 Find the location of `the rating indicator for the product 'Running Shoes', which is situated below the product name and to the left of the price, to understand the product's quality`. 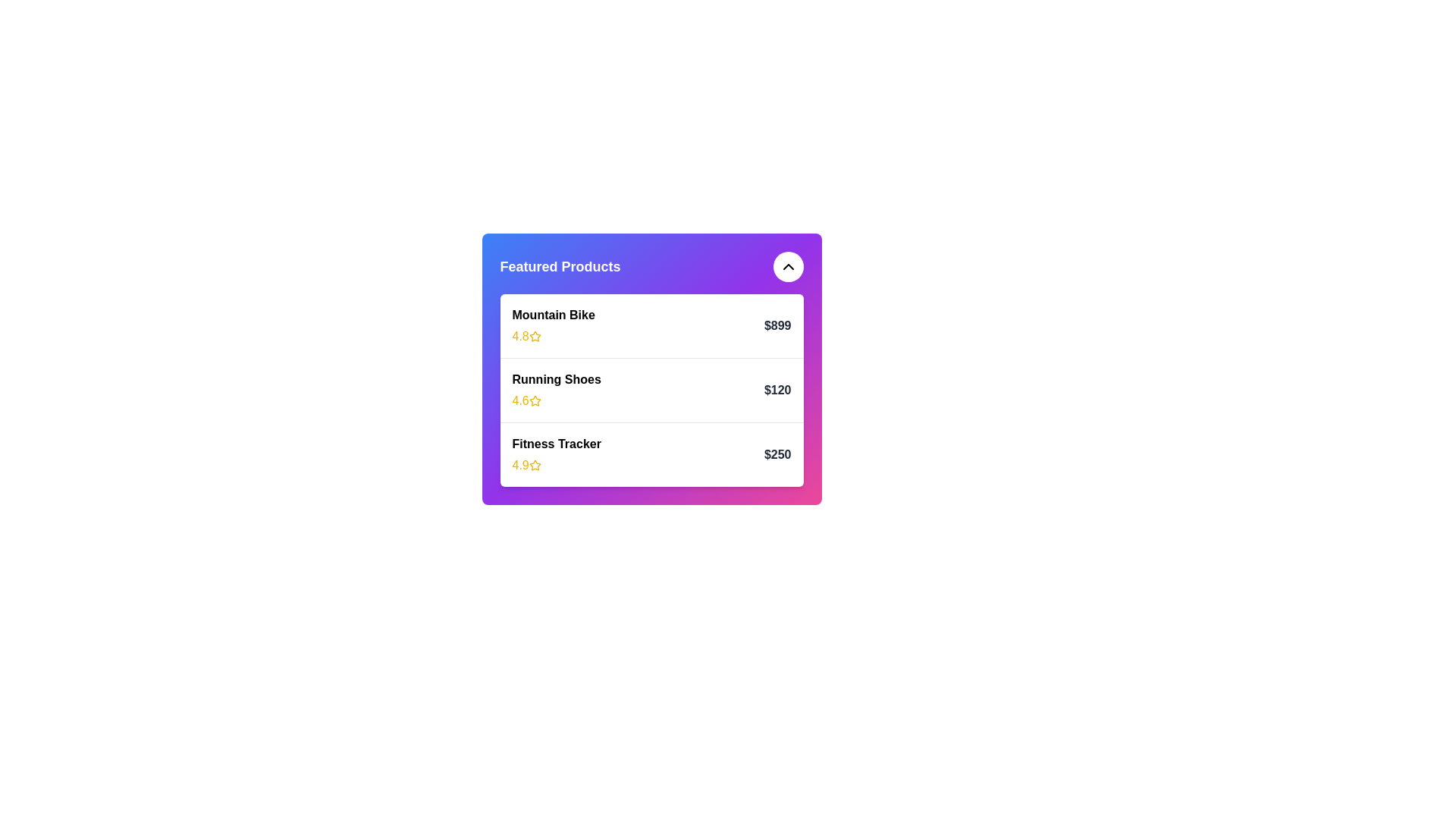

the rating indicator for the product 'Running Shoes', which is situated below the product name and to the left of the price, to understand the product's quality is located at coordinates (556, 400).